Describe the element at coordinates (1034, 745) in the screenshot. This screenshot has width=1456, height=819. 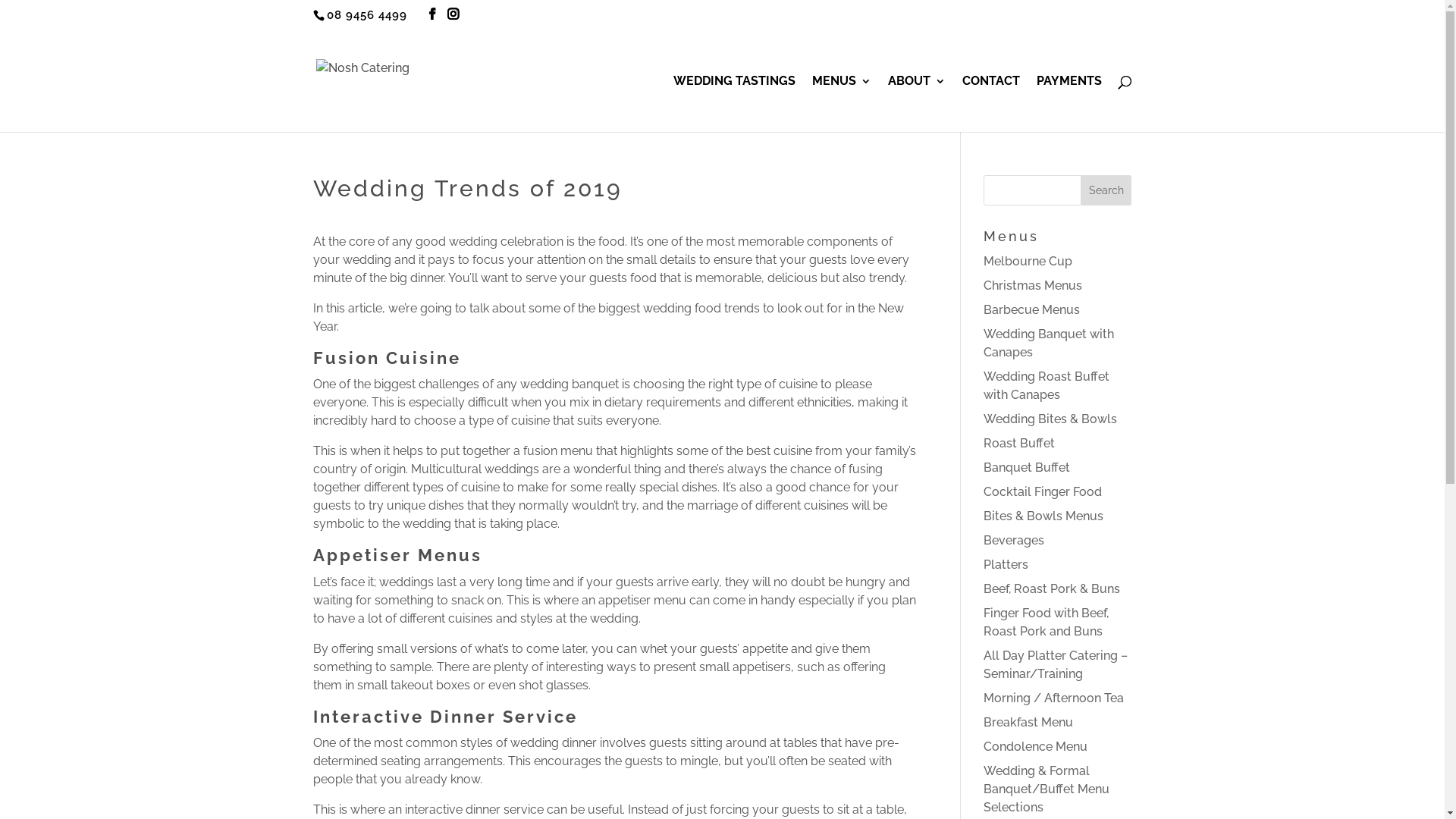
I see `'Condolence Menu'` at that location.